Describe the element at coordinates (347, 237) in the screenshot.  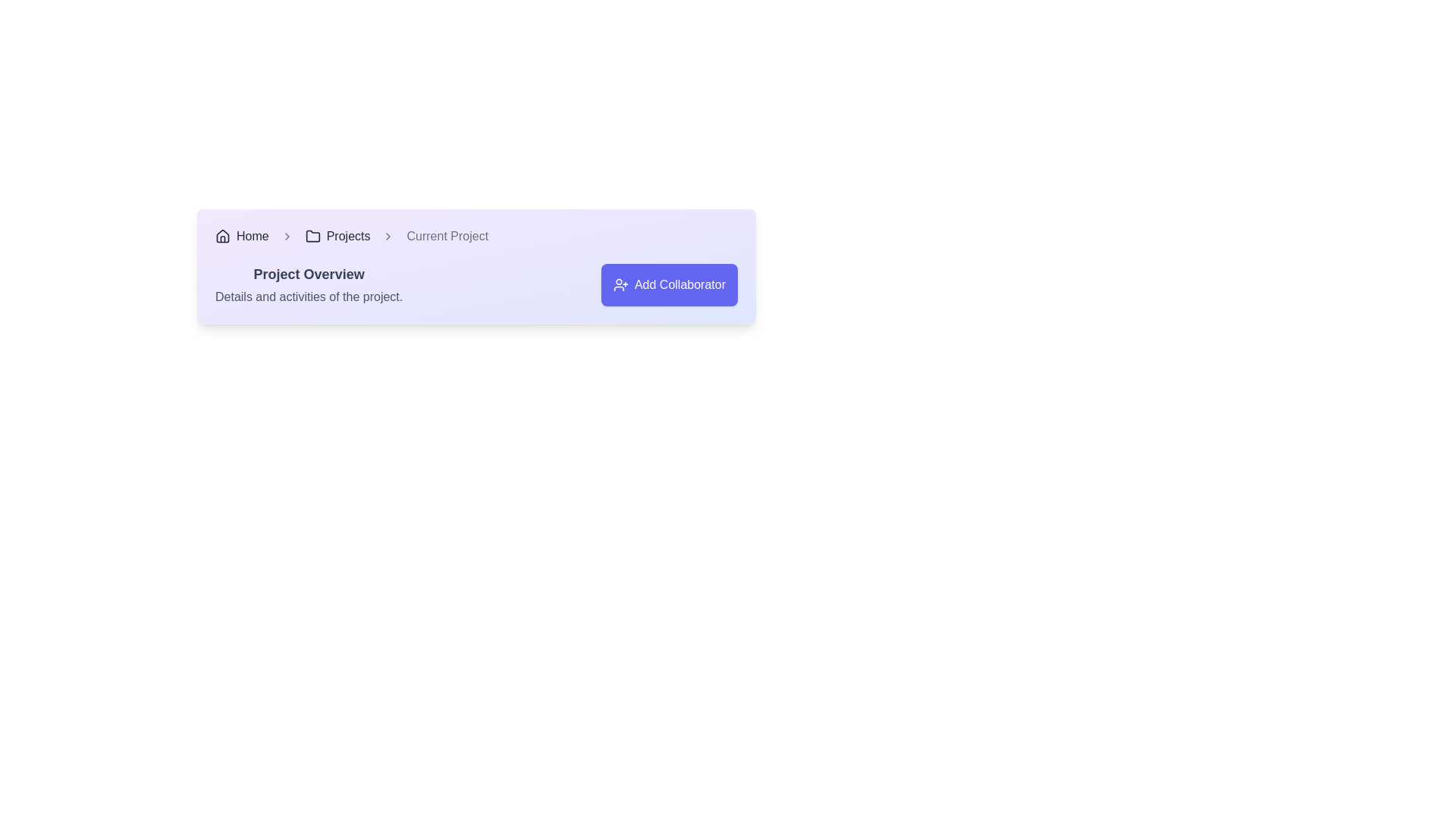
I see `the 'Projects' hyperlink in the breadcrumb navigation bar` at that location.